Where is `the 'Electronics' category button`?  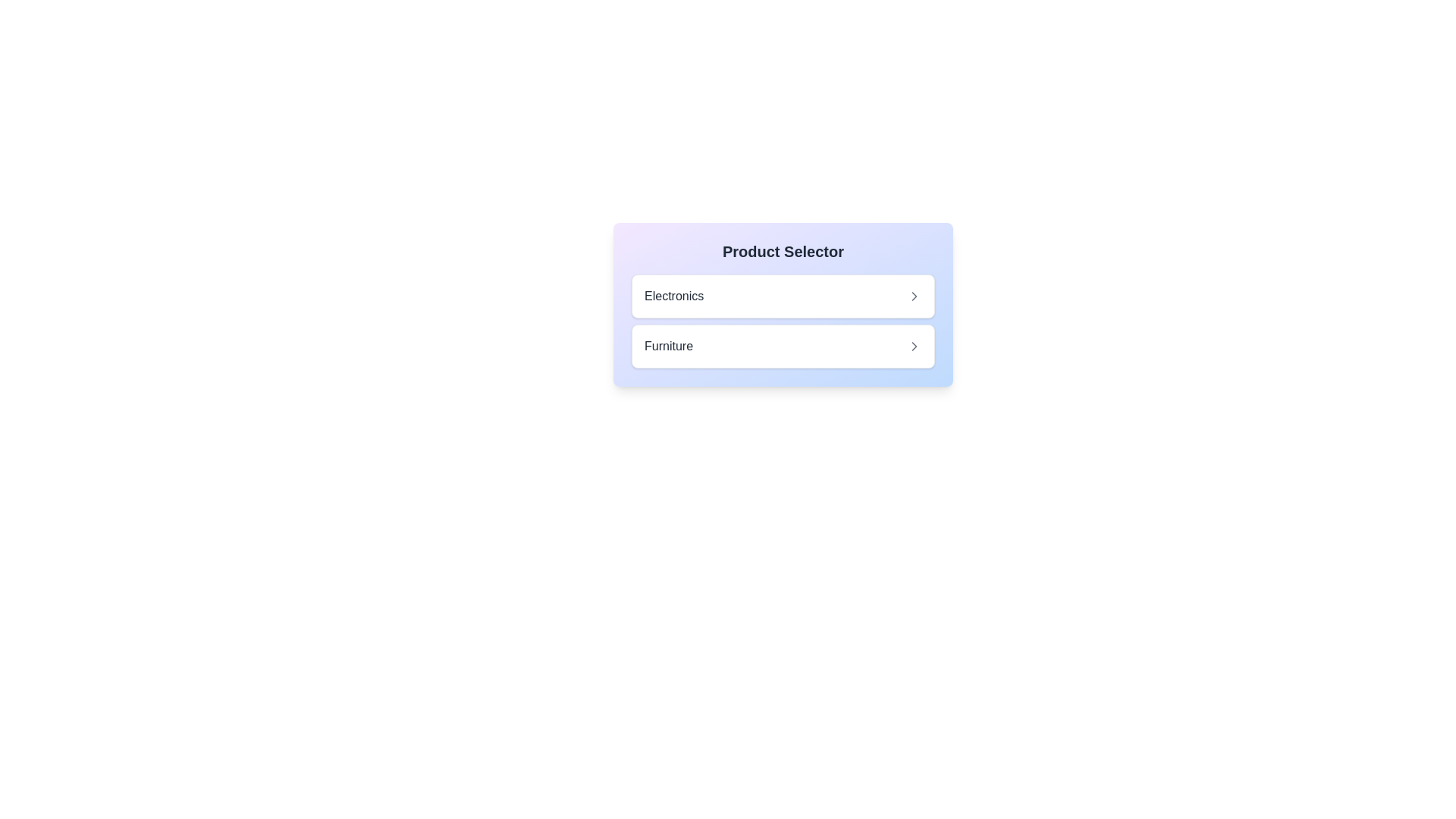 the 'Electronics' category button is located at coordinates (783, 296).